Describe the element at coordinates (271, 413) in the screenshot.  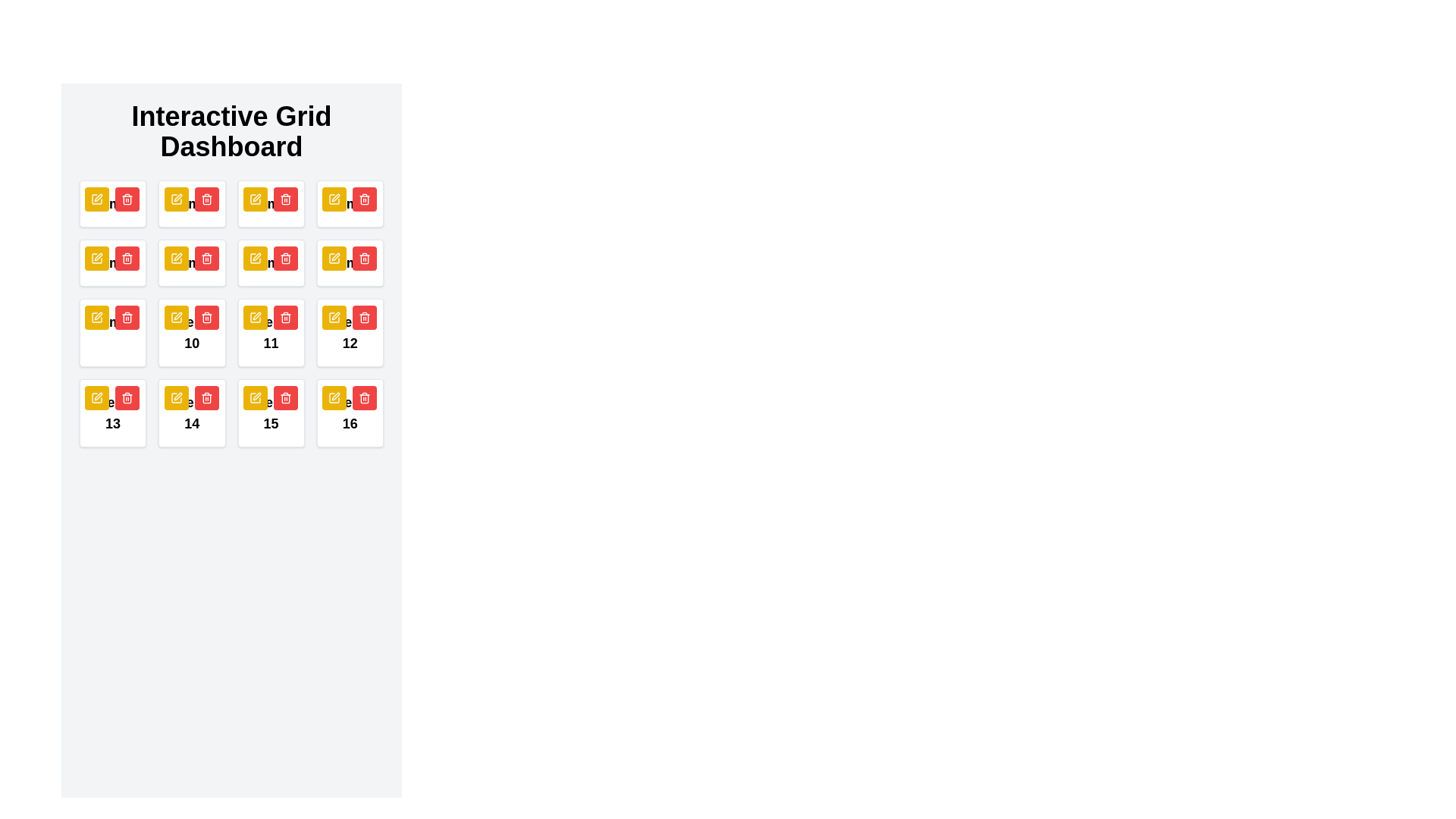
I see `the Interactive card component labeled 'Item 15'` at that location.